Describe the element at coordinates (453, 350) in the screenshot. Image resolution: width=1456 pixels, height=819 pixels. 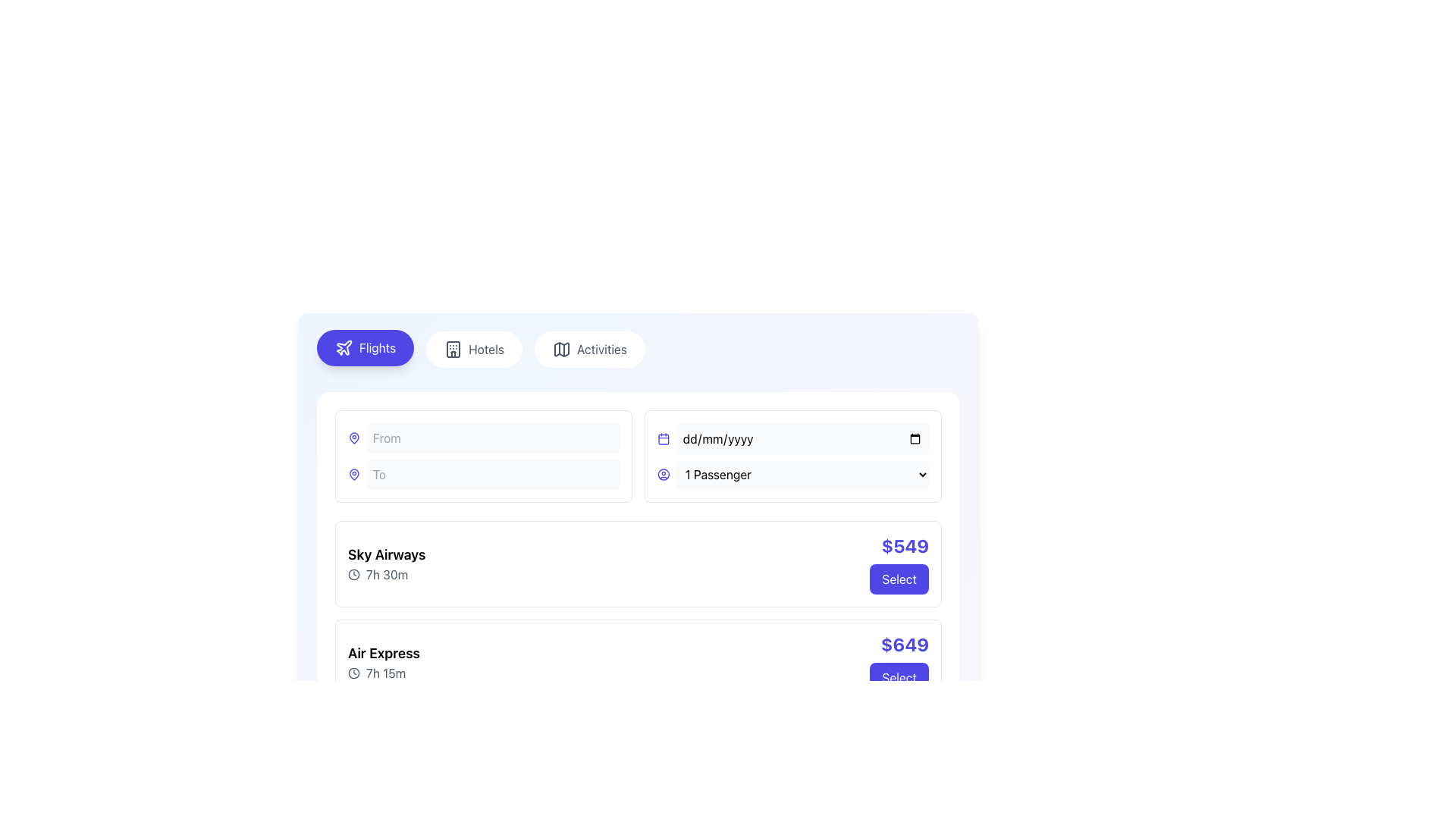
I see `the small hotel building icon located within the 'Hotels' button, positioned on the left side of the button text` at that location.